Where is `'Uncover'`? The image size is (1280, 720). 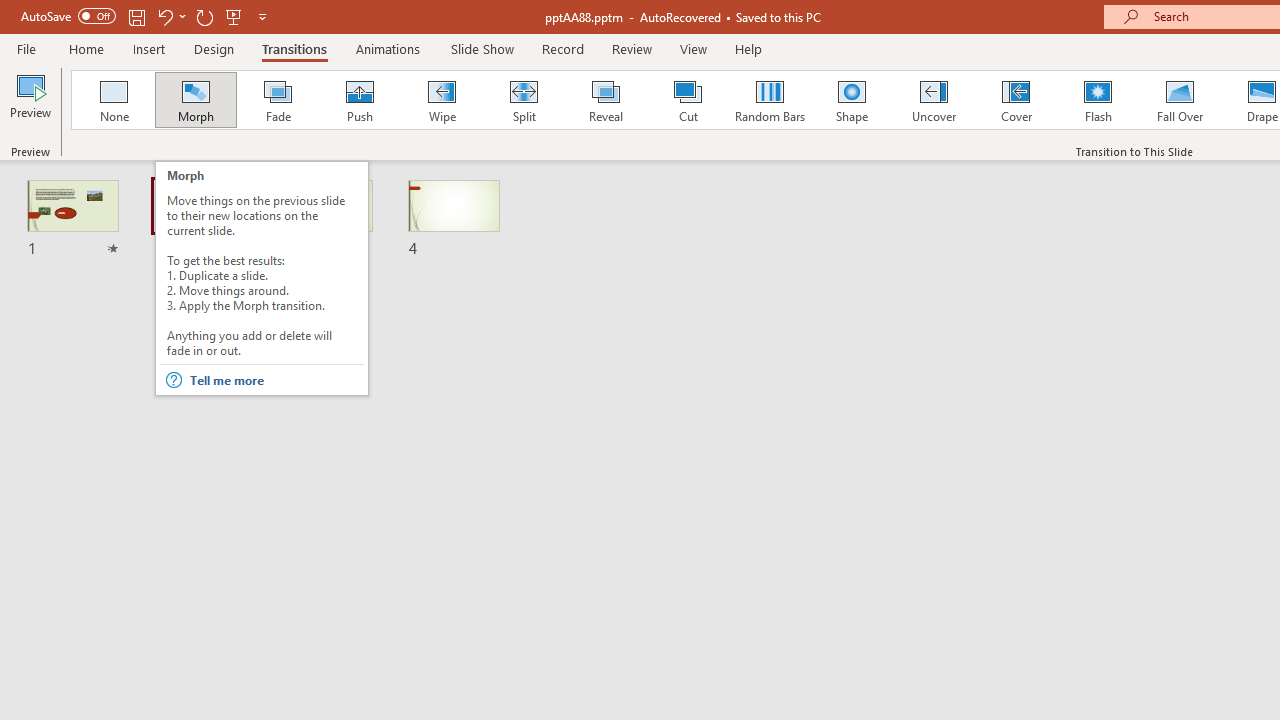
'Uncover' is located at coordinates (933, 100).